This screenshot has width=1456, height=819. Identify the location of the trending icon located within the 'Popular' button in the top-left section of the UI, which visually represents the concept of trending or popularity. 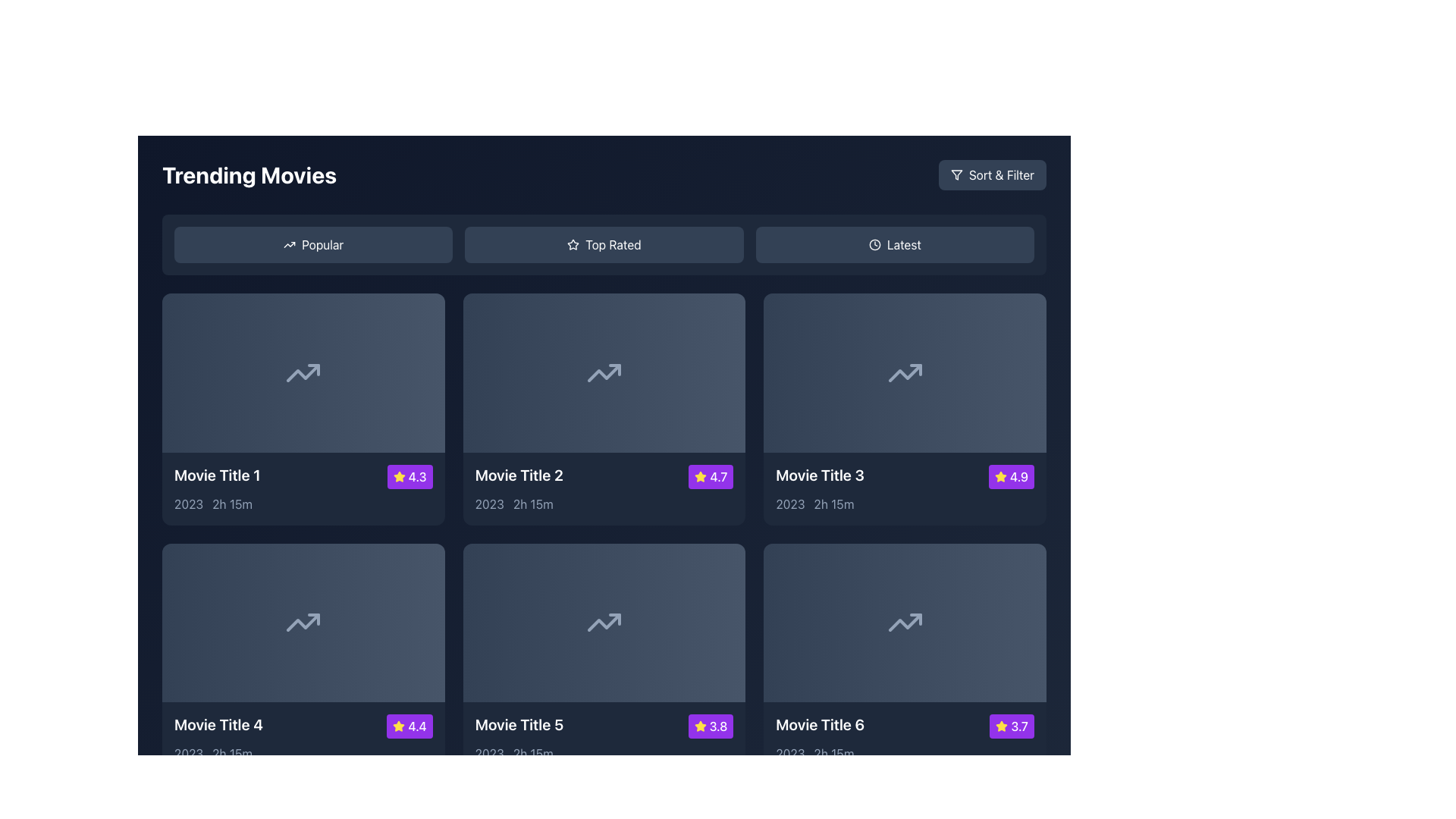
(290, 244).